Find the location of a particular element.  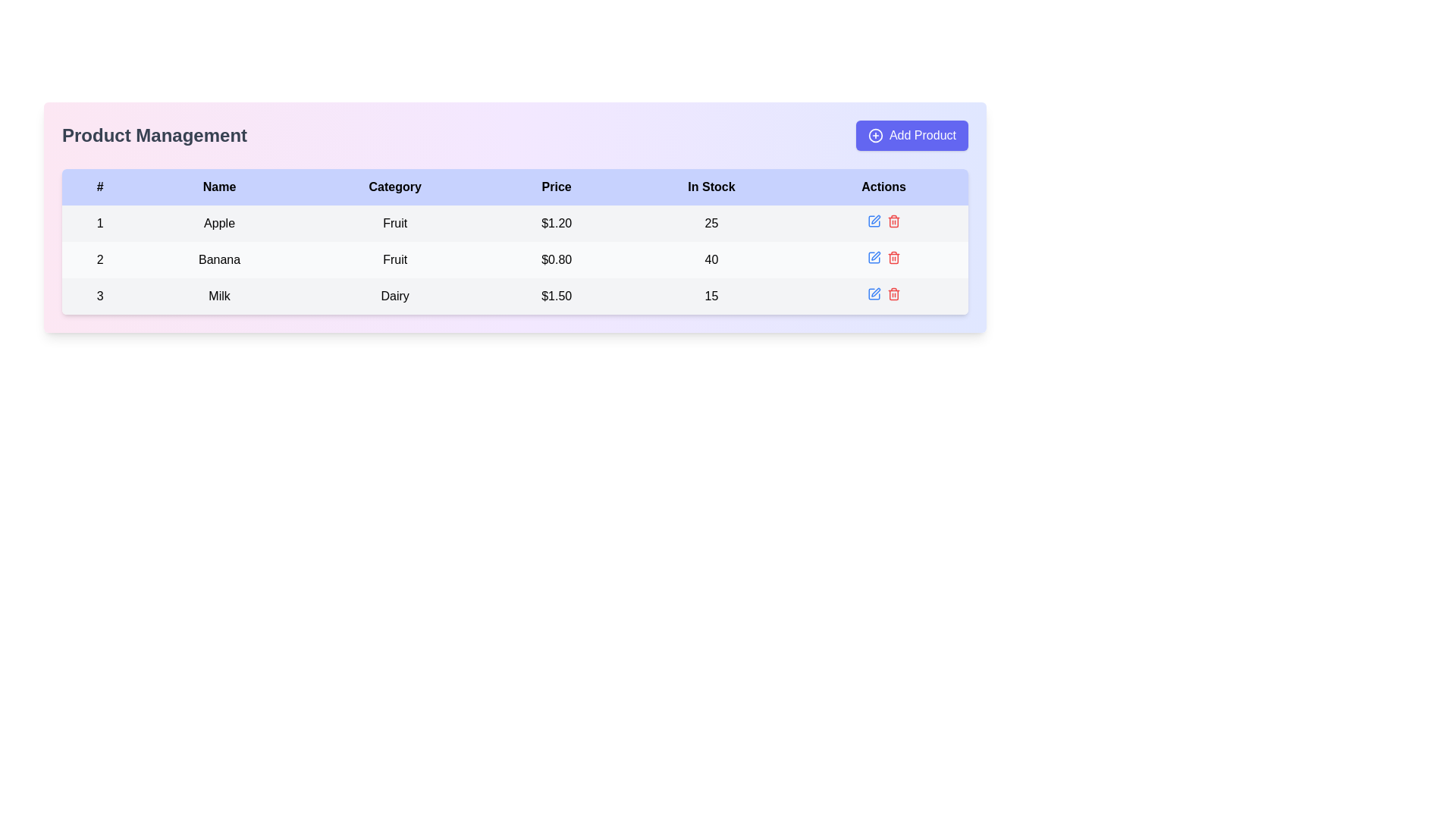

the text label representing the category for the product 'Apple' in the first row under the 'Category' column of the table is located at coordinates (395, 223).